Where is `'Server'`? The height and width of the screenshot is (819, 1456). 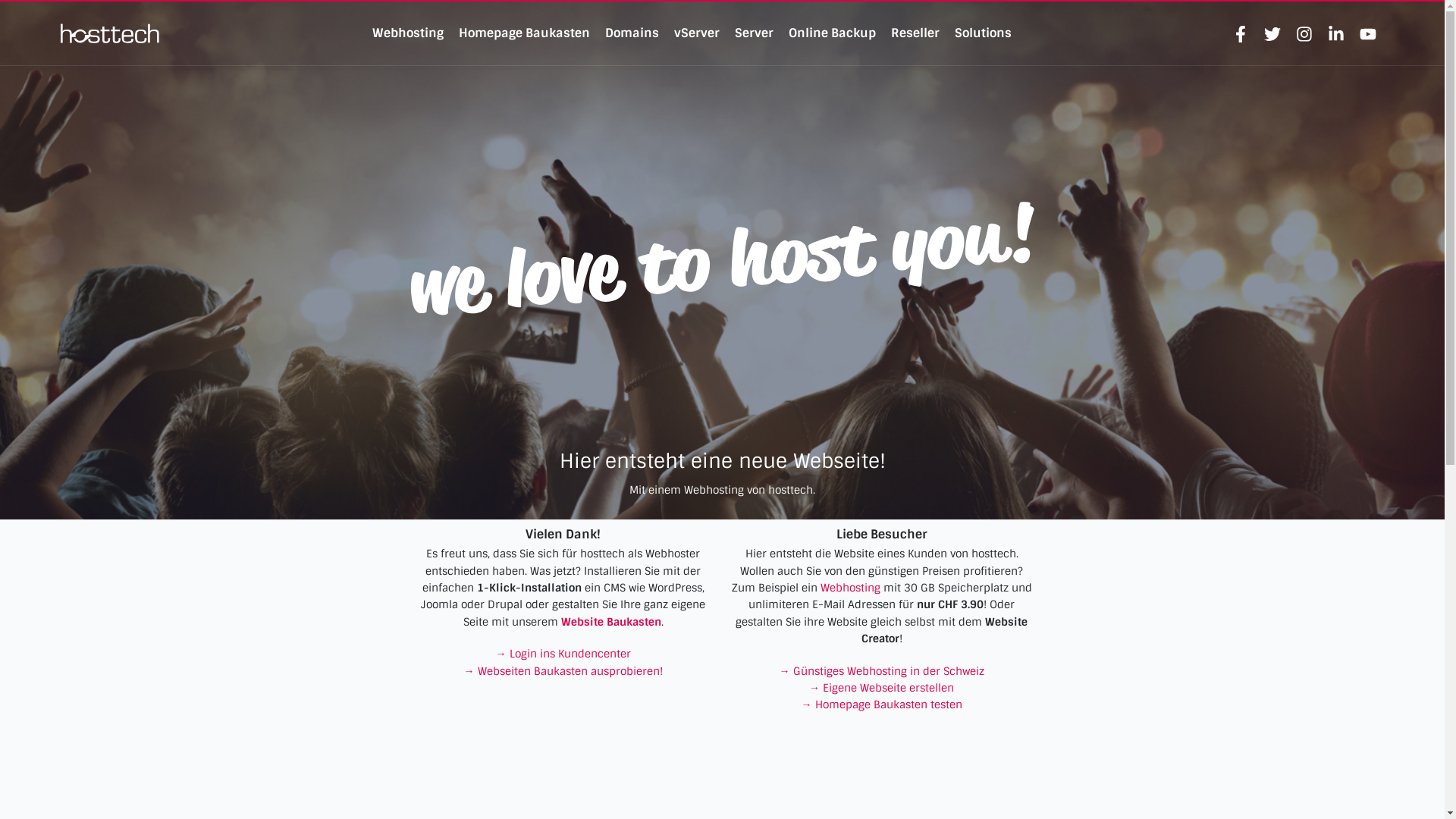
'Server' is located at coordinates (754, 33).